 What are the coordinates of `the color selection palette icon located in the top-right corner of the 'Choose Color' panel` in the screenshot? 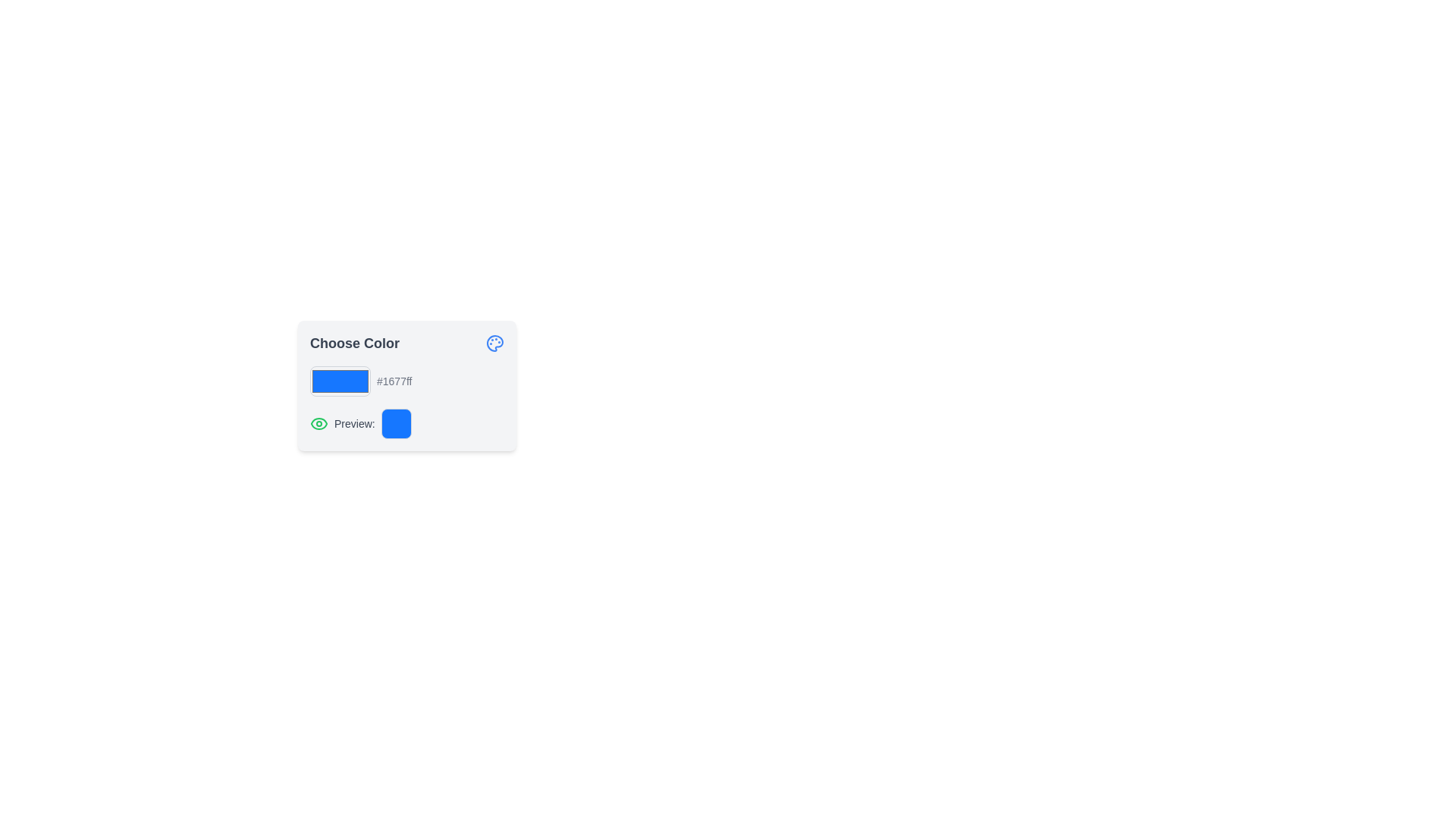 It's located at (494, 343).